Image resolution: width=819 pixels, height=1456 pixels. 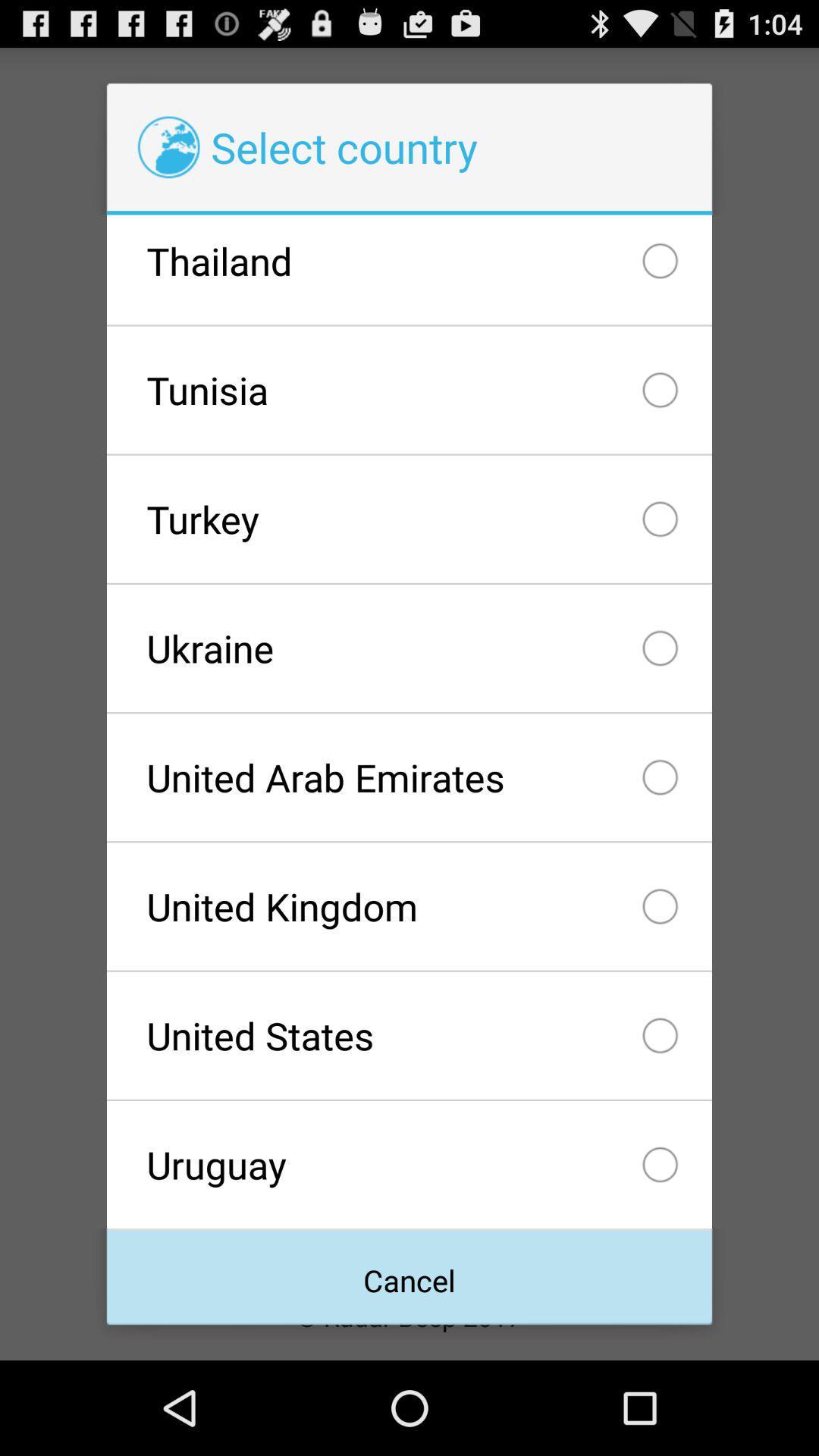 I want to click on cancel button, so click(x=409, y=1276).